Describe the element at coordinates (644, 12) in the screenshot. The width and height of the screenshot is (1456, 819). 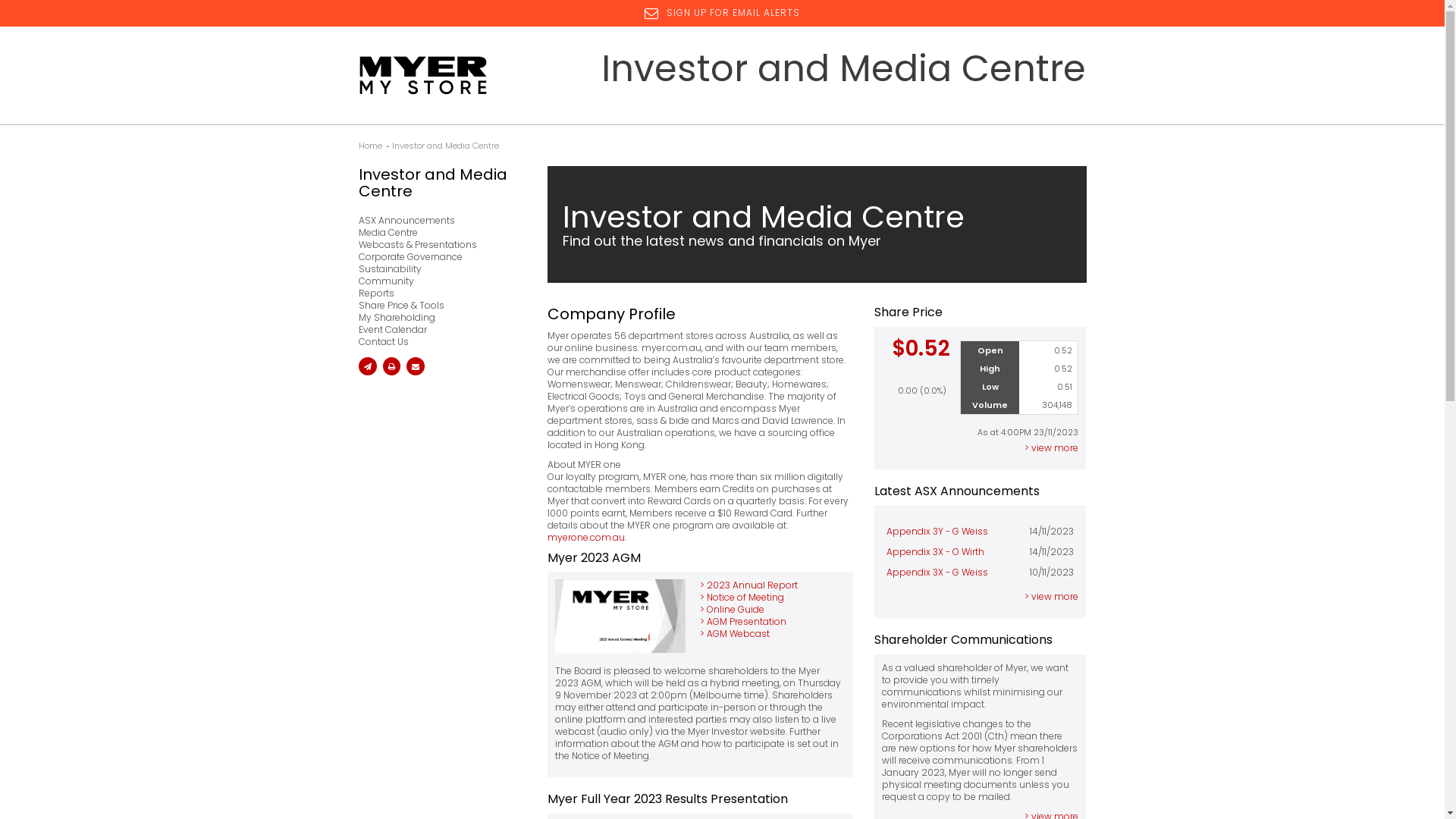
I see `'SIGN UP FOR EMAIL ALERTS'` at that location.